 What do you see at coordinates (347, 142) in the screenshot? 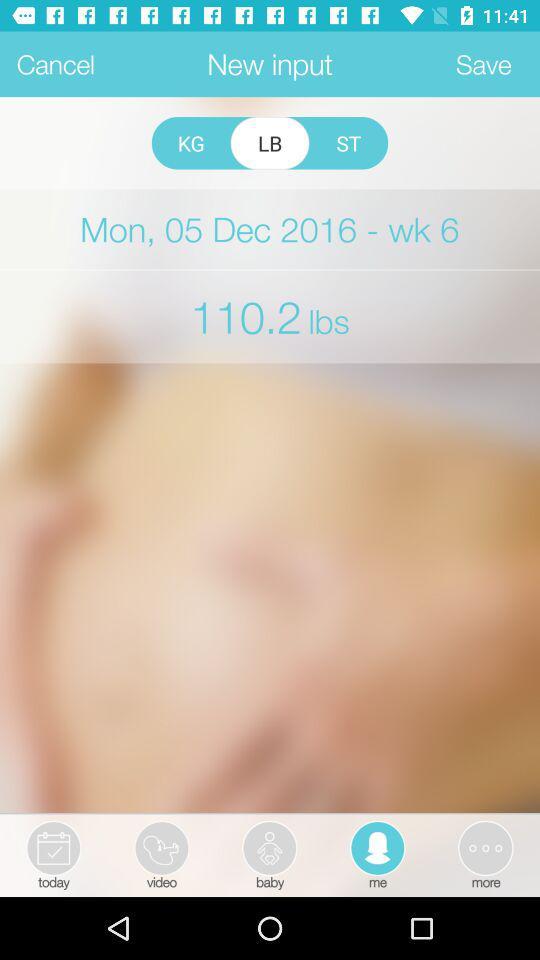
I see `app below new input icon` at bounding box center [347, 142].